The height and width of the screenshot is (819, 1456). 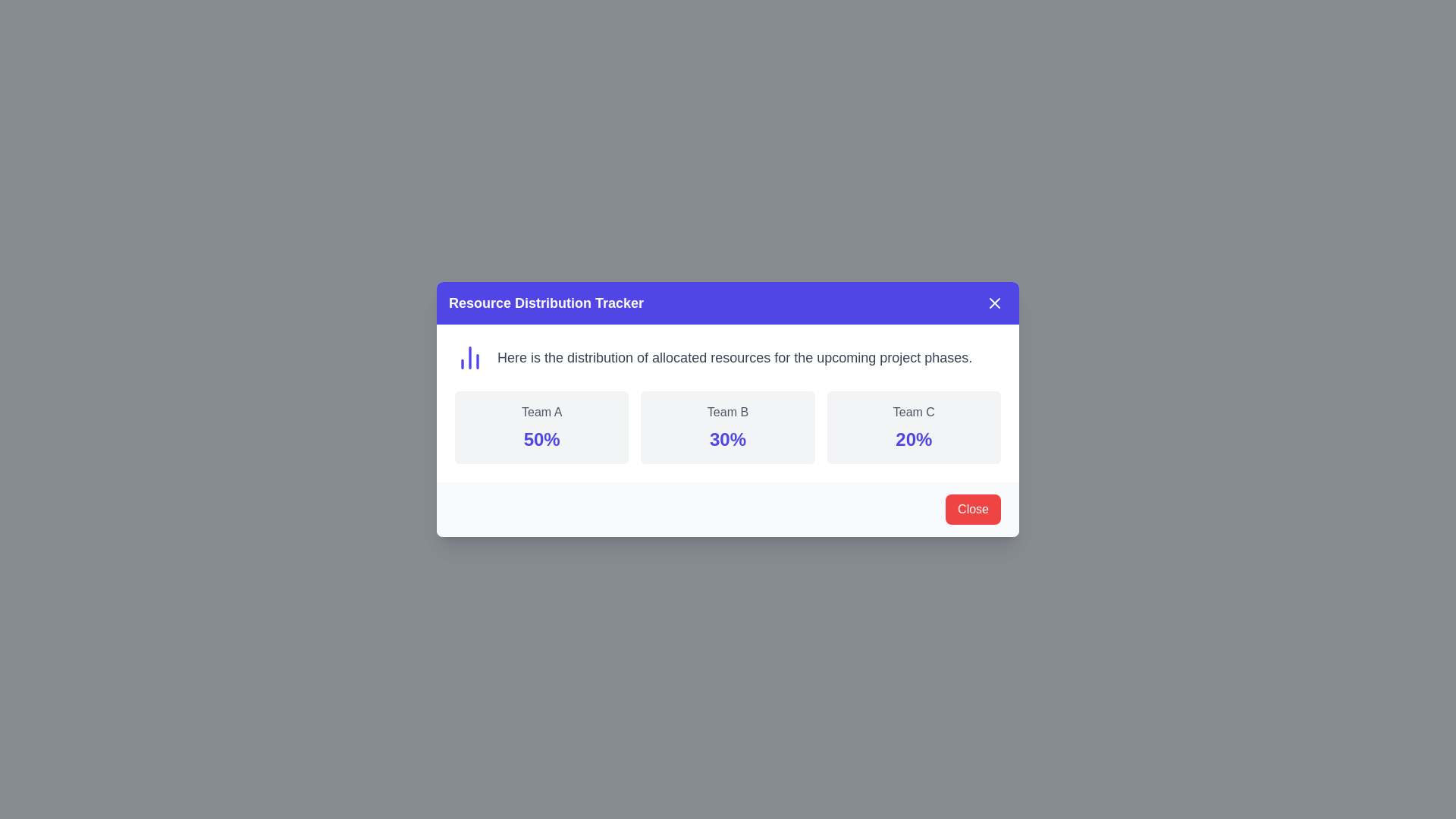 What do you see at coordinates (913, 439) in the screenshot?
I see `displayed text '20%' in large, indigo-colored, bold font style, located below the label 'Team C' on the third card from the left` at bounding box center [913, 439].